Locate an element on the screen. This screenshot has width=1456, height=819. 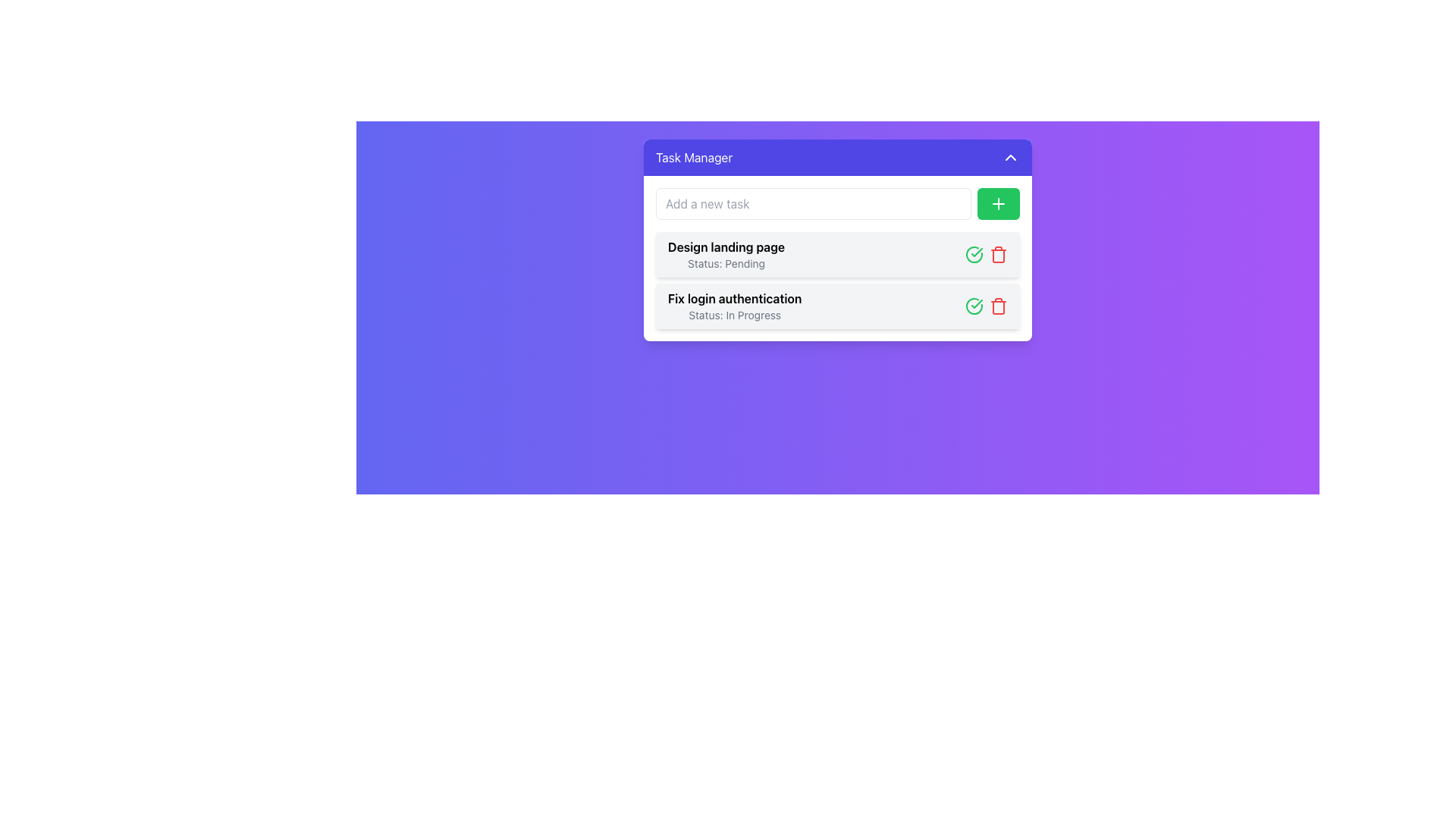
the trash can icon button, which is red and located in the second task row of the task manager list is located at coordinates (998, 306).